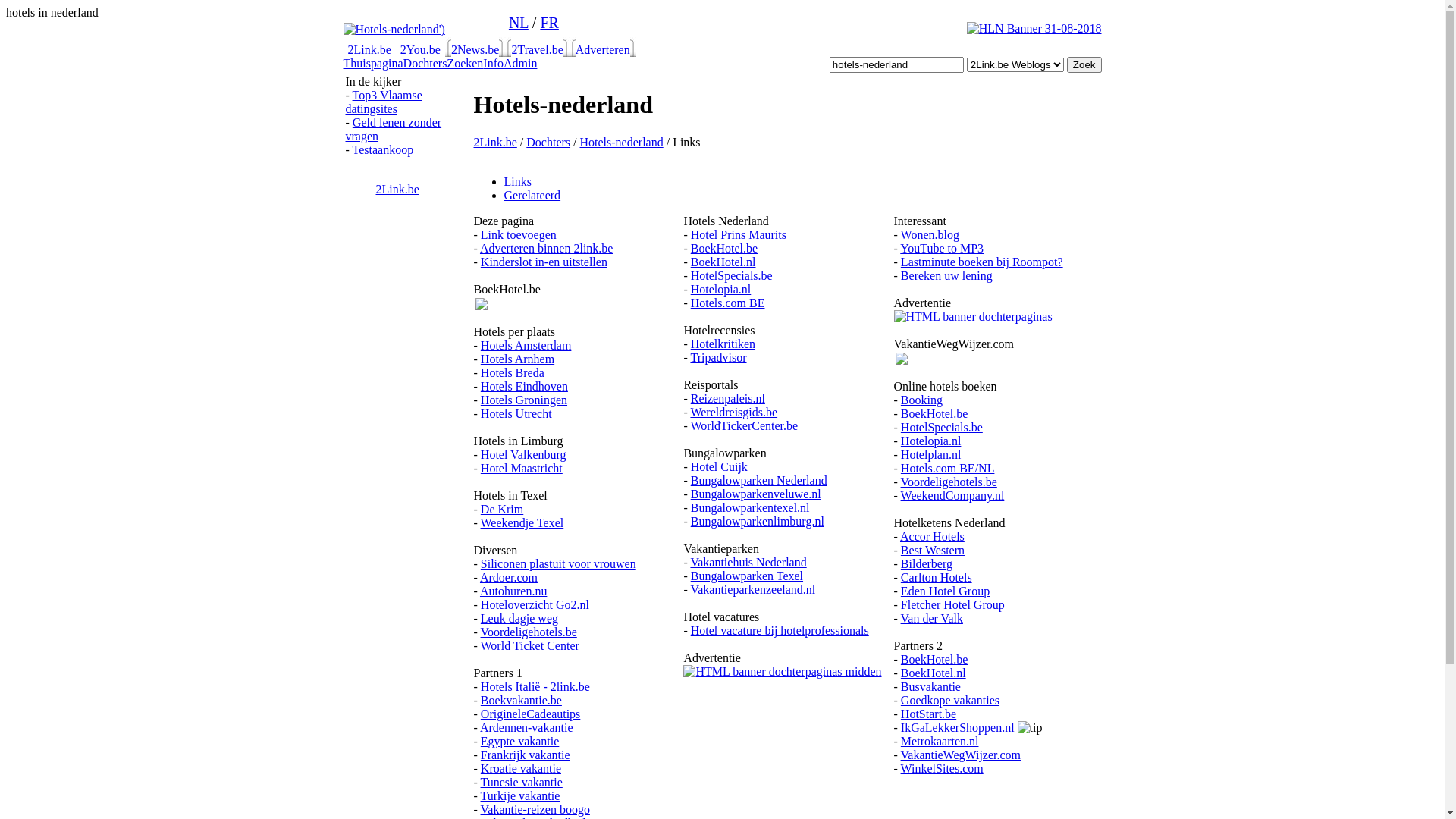 The width and height of the screenshot is (1456, 819). I want to click on 'Geld lenen zonder vragen', so click(394, 128).